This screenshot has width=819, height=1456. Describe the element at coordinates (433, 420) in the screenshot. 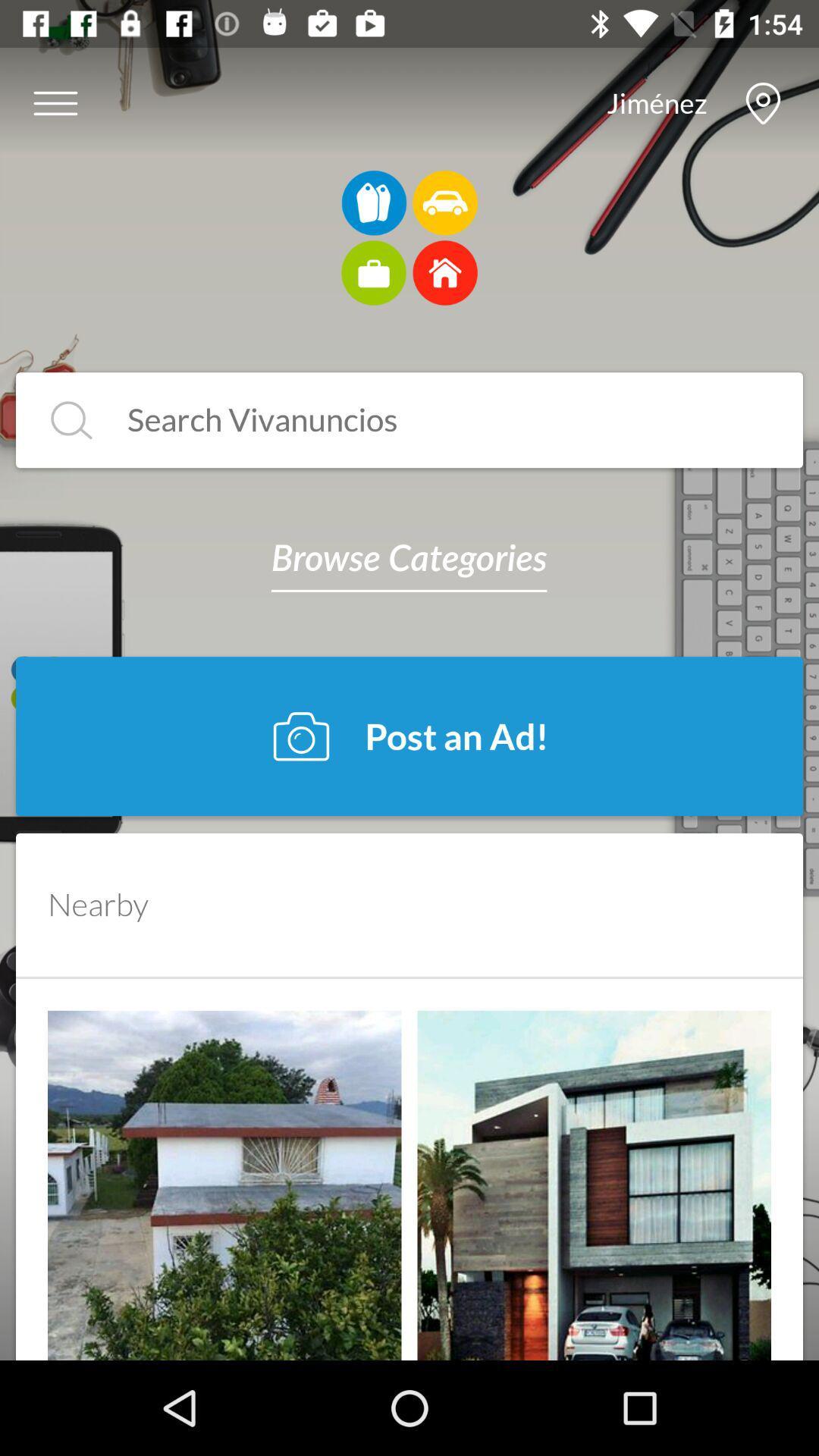

I see `search input box` at that location.